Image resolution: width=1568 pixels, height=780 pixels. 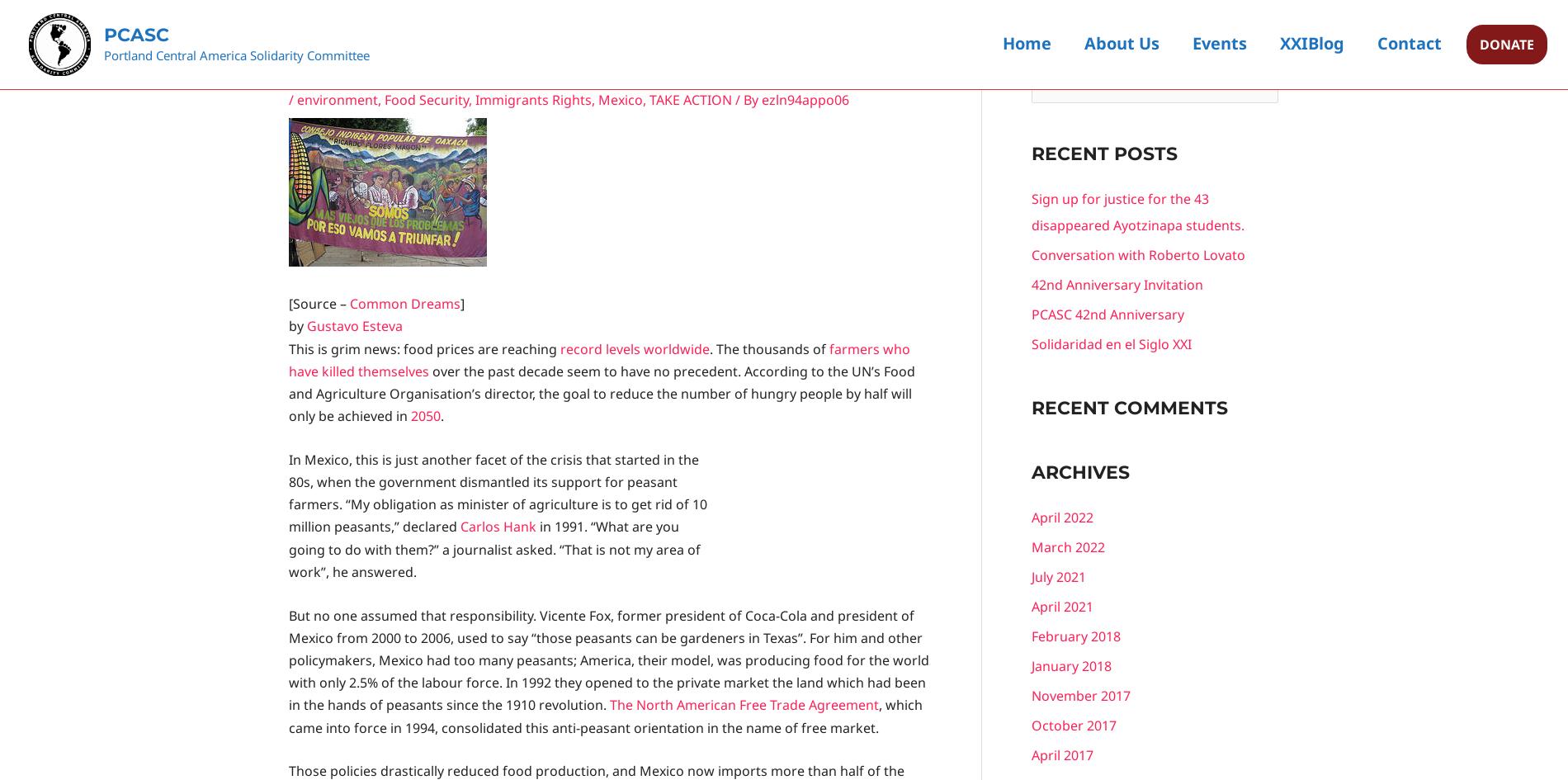 What do you see at coordinates (353, 325) in the screenshot?
I see `'Gustavo Esteva'` at bounding box center [353, 325].